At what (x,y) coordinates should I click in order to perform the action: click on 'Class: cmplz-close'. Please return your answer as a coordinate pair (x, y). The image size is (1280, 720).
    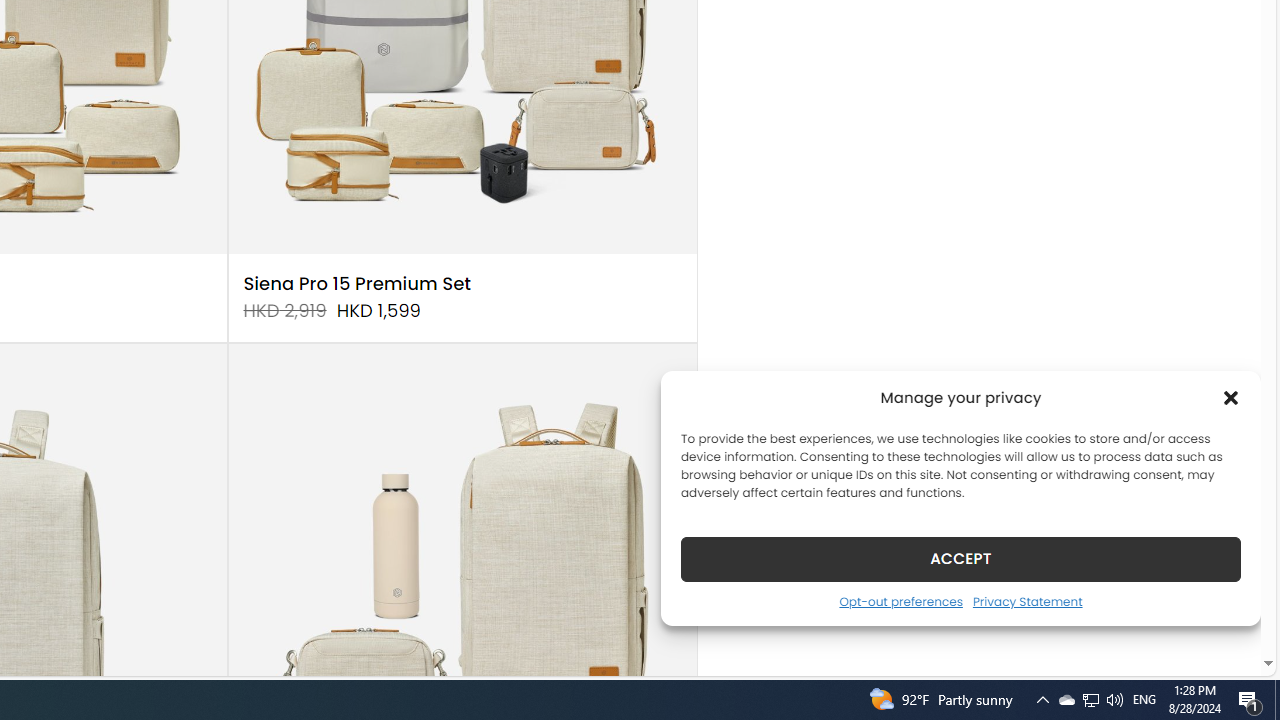
    Looking at the image, I should click on (1230, 397).